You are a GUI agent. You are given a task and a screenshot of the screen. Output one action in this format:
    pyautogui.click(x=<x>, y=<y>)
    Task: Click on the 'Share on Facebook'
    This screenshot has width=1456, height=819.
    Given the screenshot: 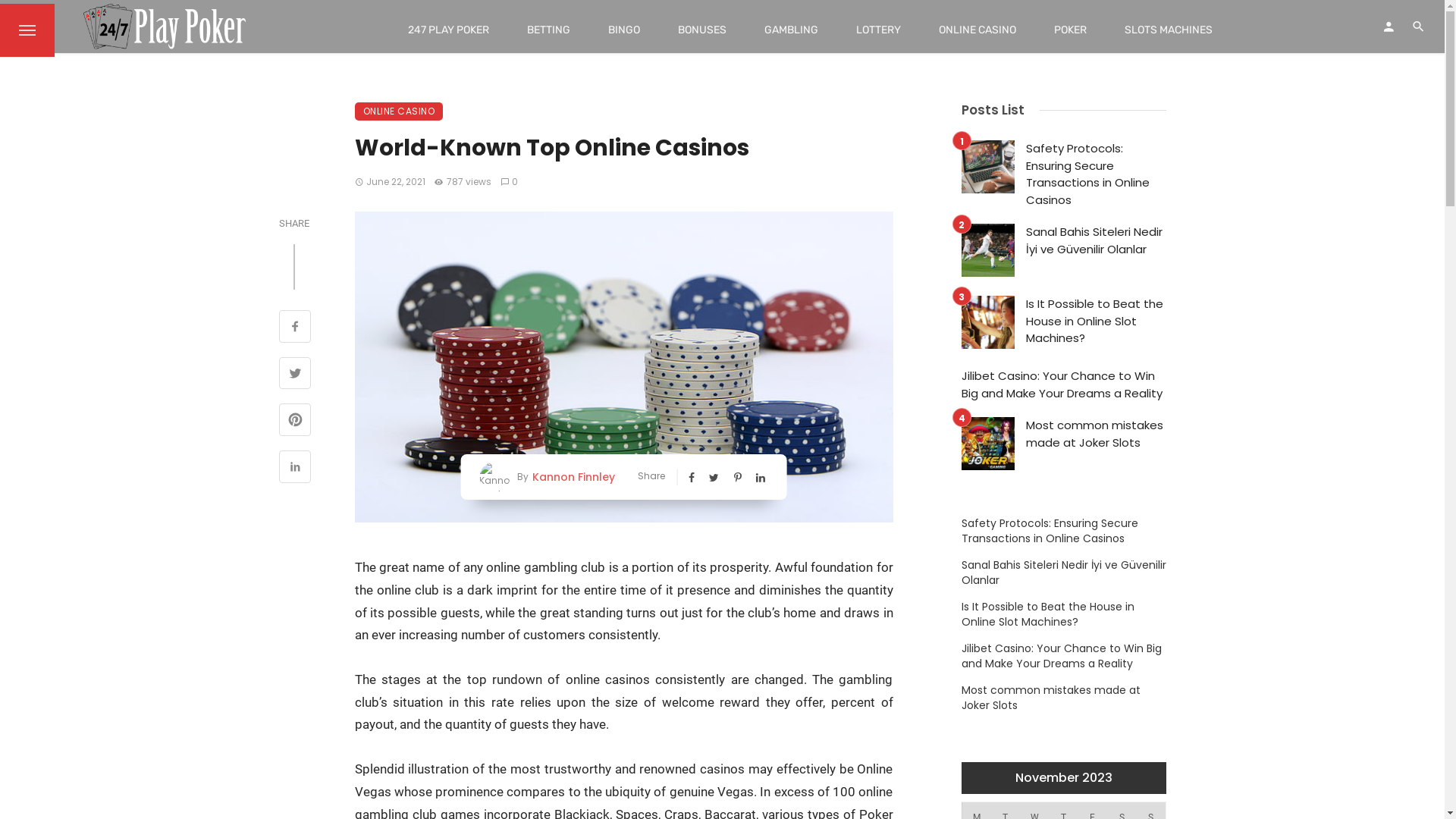 What is the action you would take?
    pyautogui.click(x=295, y=327)
    